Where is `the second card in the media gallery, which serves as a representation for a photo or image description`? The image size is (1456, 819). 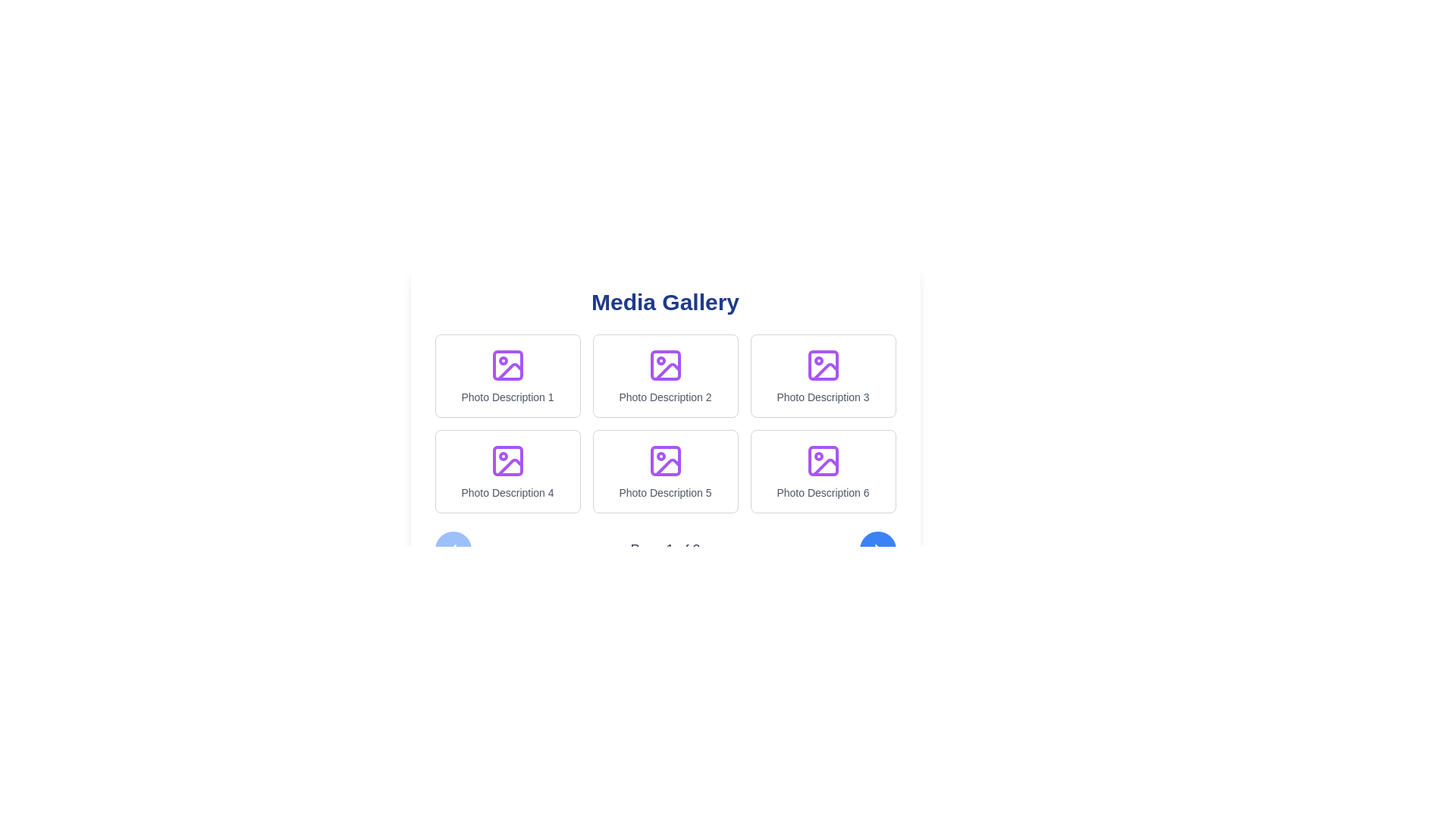
the second card in the media gallery, which serves as a representation for a photo or image description is located at coordinates (665, 375).